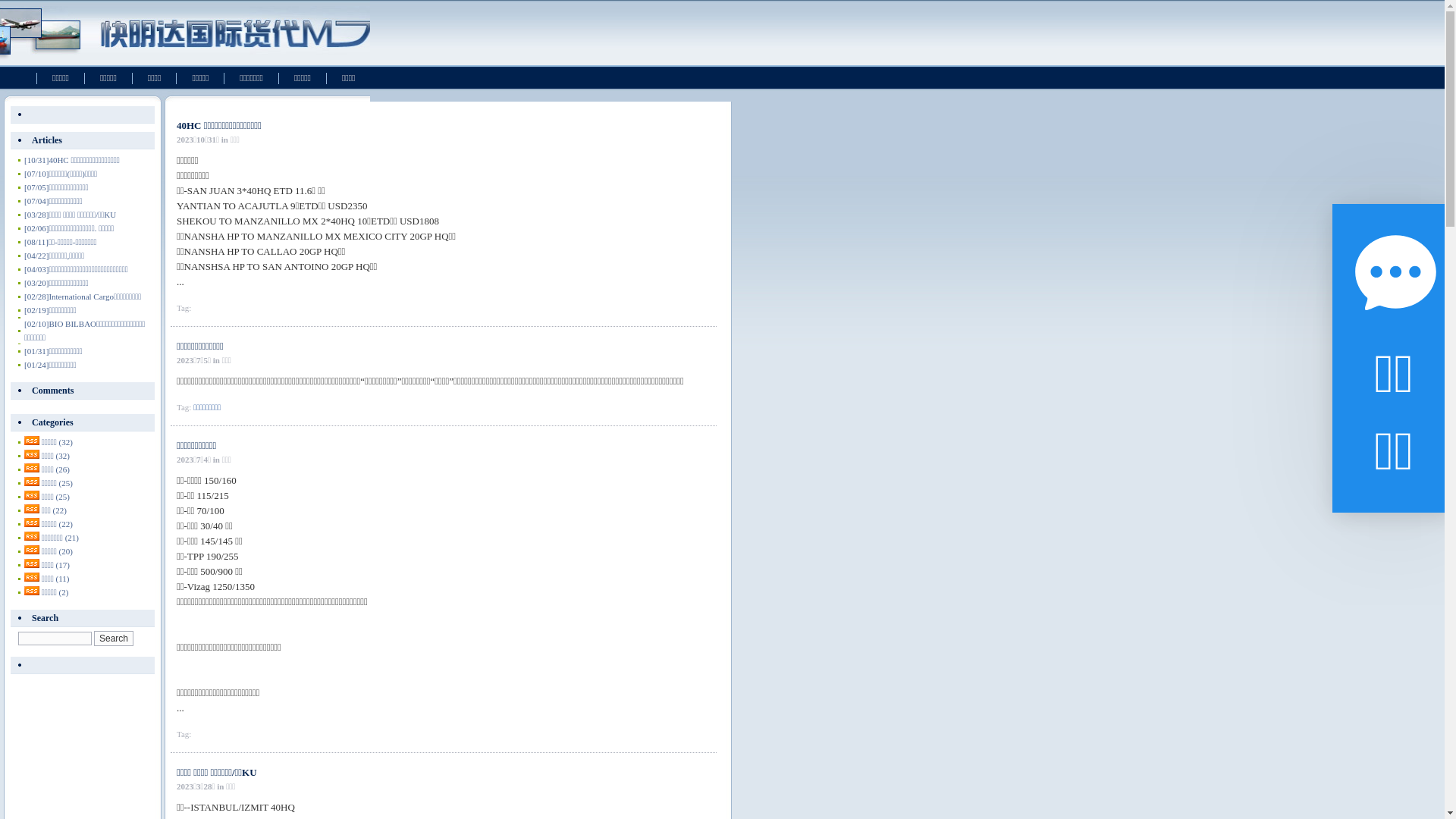 The height and width of the screenshot is (819, 1456). Describe the element at coordinates (32, 441) in the screenshot. I see `'rss'` at that location.